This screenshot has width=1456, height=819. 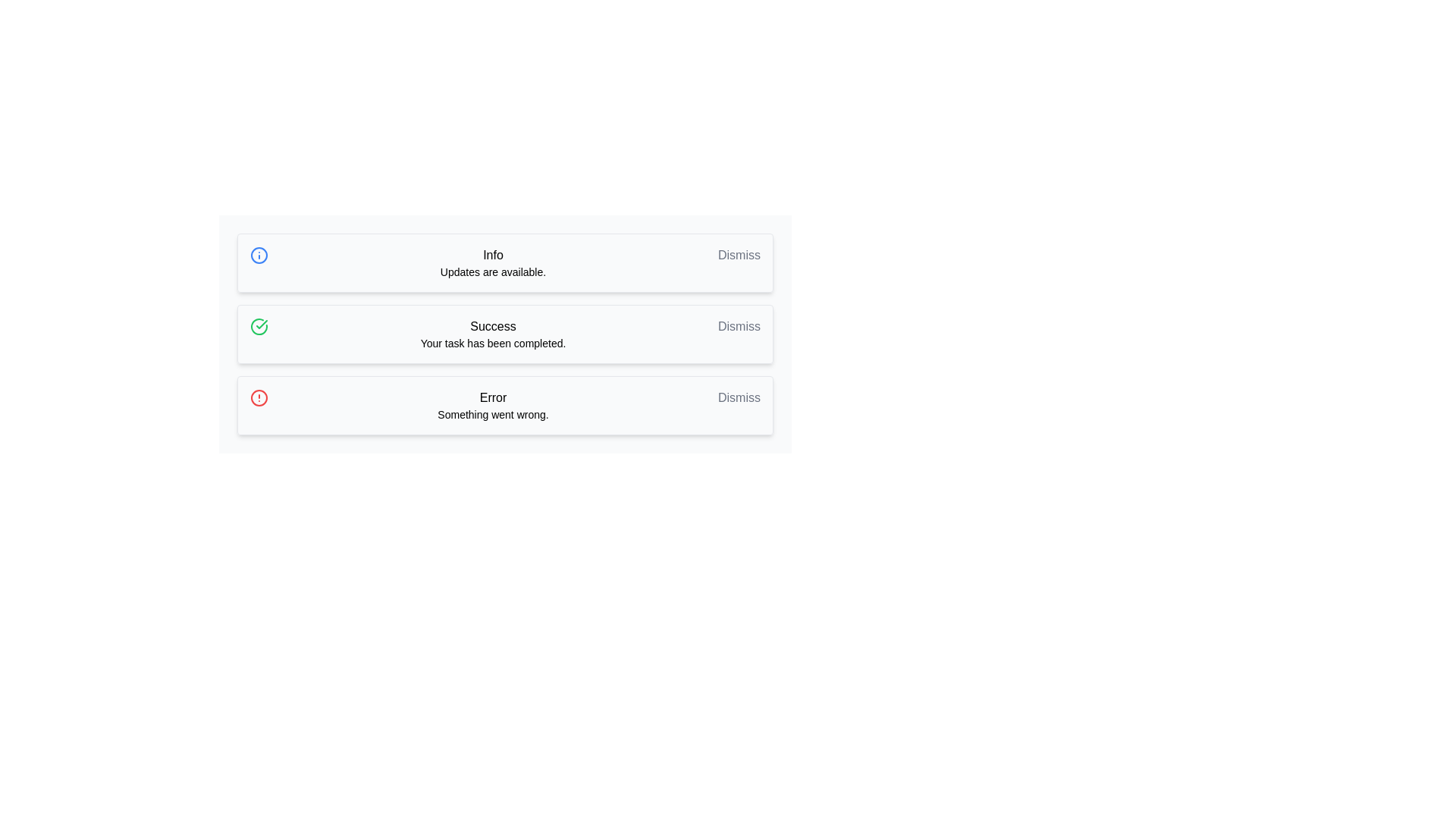 What do you see at coordinates (493, 271) in the screenshot?
I see `the text label stating 'Updates are available.' which is positioned below the bold 'Info' label in the notification panel` at bounding box center [493, 271].